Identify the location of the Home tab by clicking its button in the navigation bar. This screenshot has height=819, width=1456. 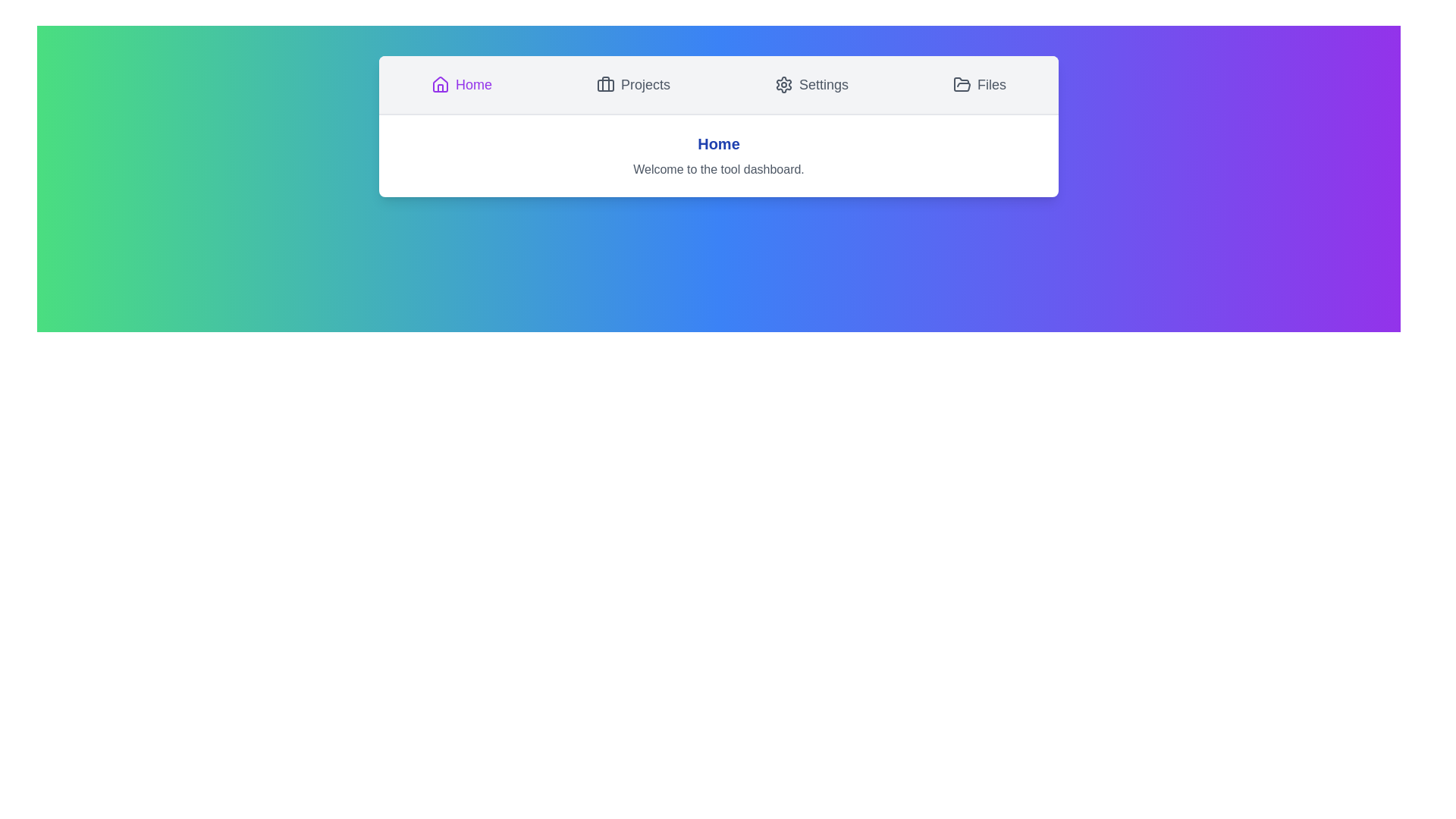
(461, 84).